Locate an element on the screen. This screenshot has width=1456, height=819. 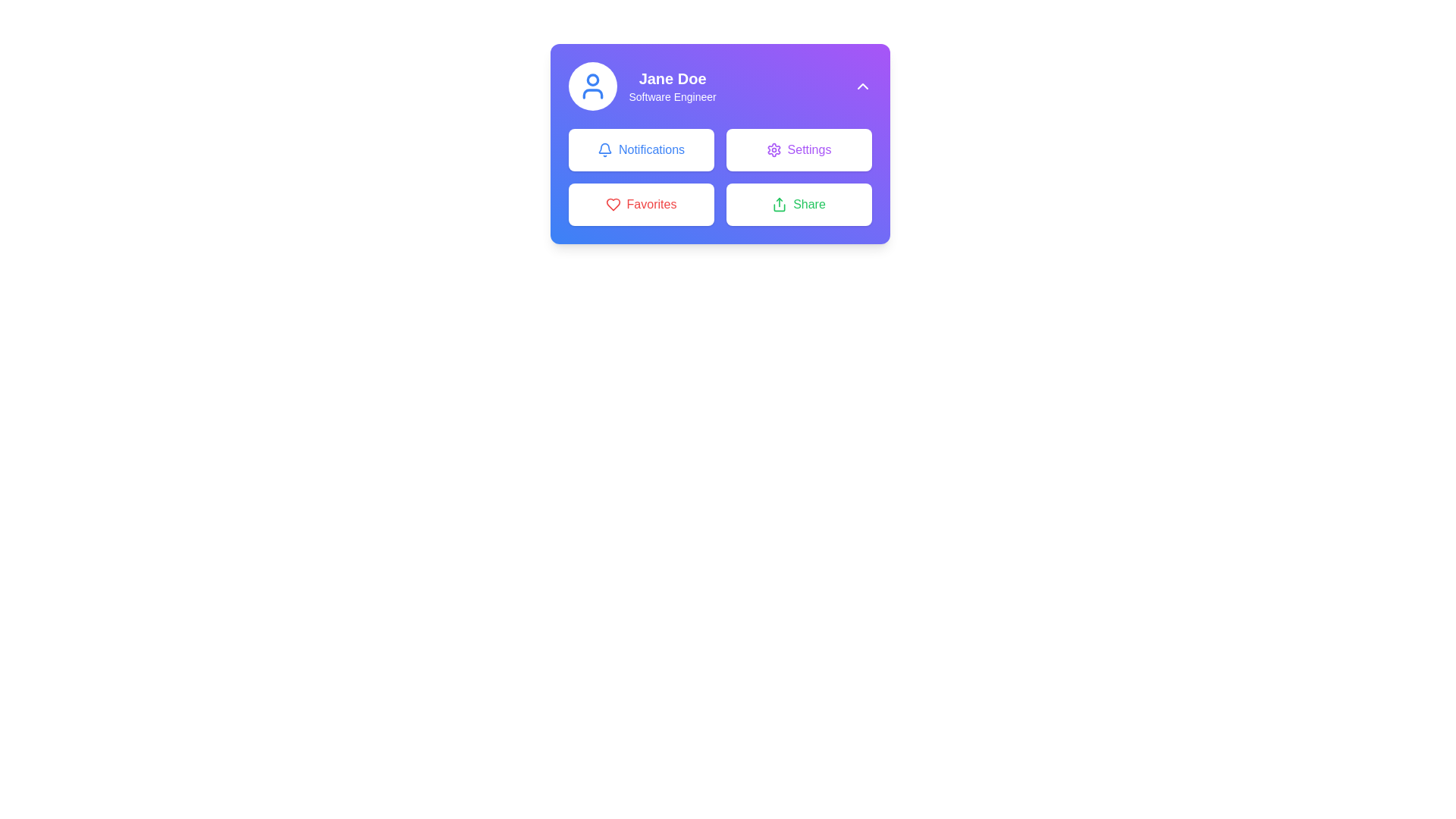
the circular profile picture icon located at the top-left corner of the card, which represents the user's identity within the avatar illustration is located at coordinates (591, 80).